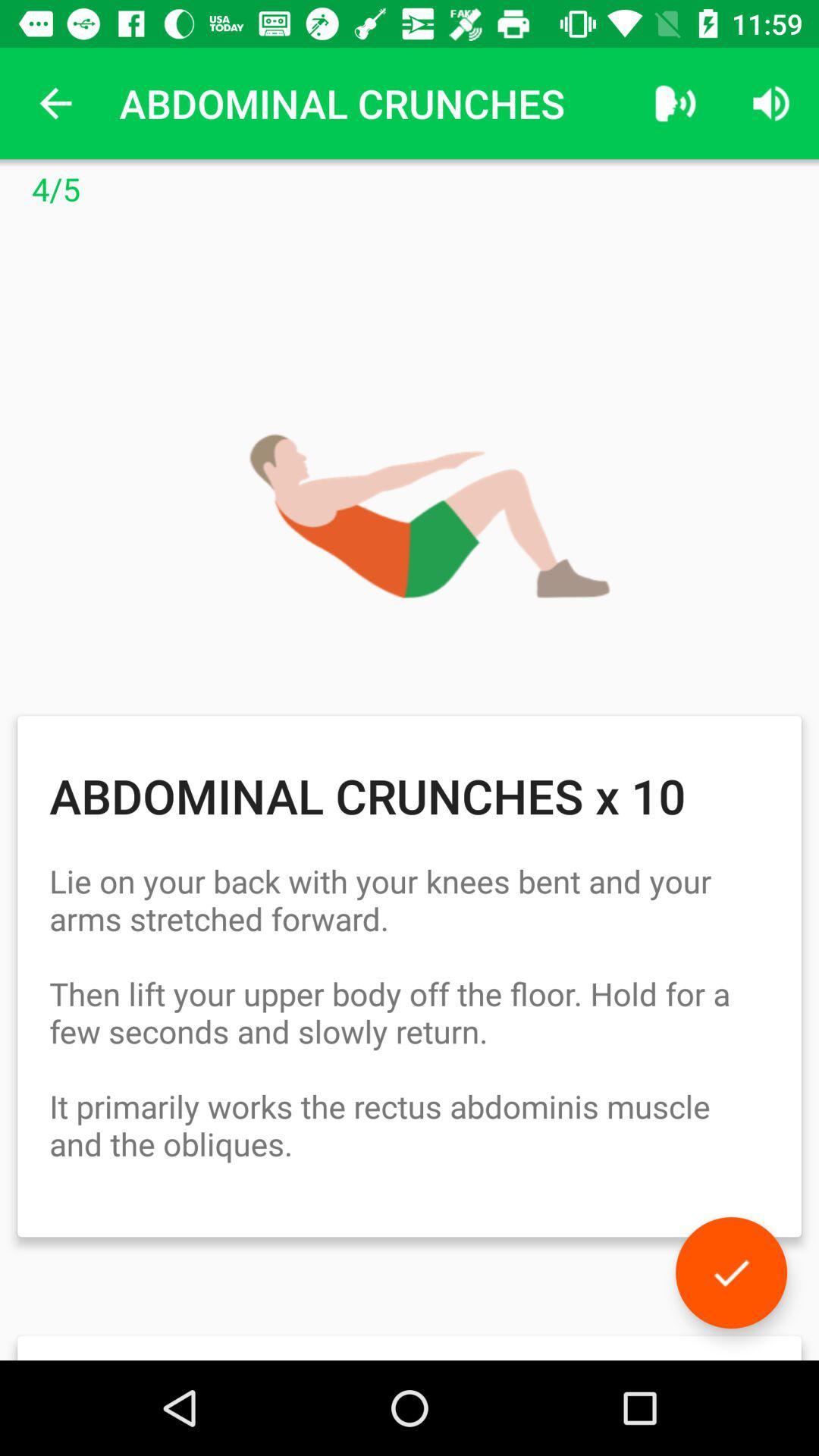 The height and width of the screenshot is (1456, 819). What do you see at coordinates (675, 102) in the screenshot?
I see `the app next to the abdominal crunches icon` at bounding box center [675, 102].